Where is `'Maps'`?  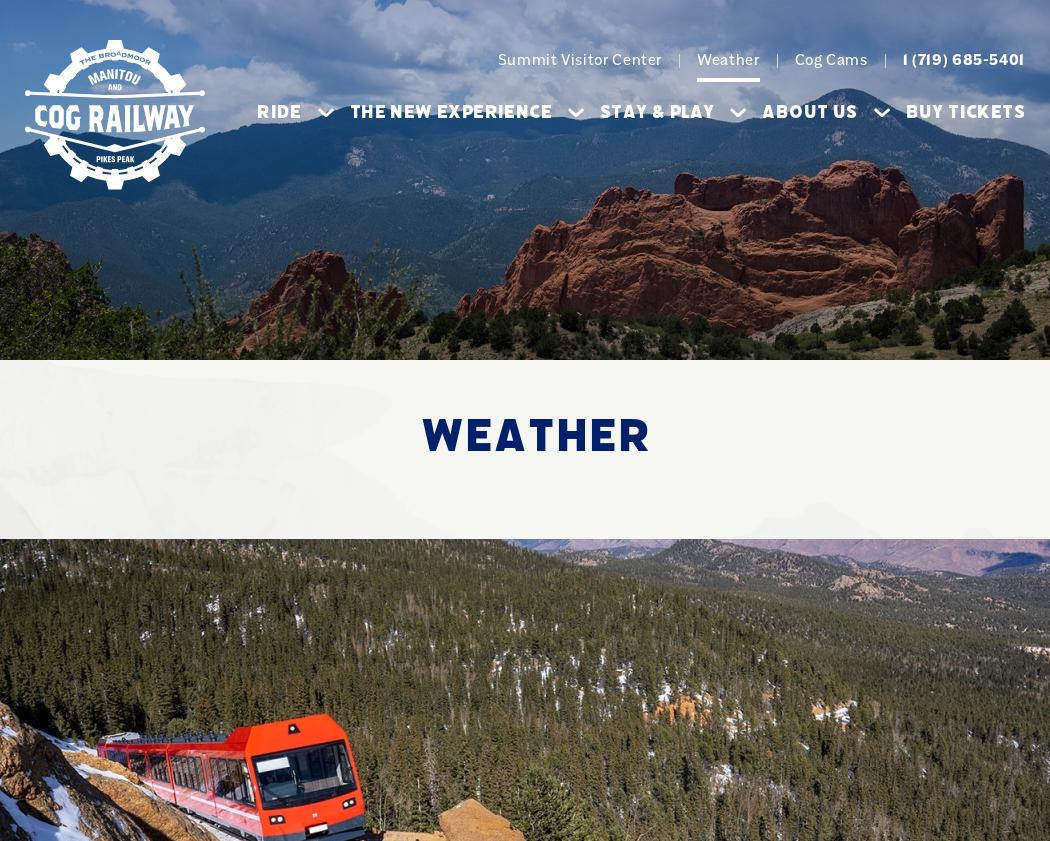
'Maps' is located at coordinates (821, 500).